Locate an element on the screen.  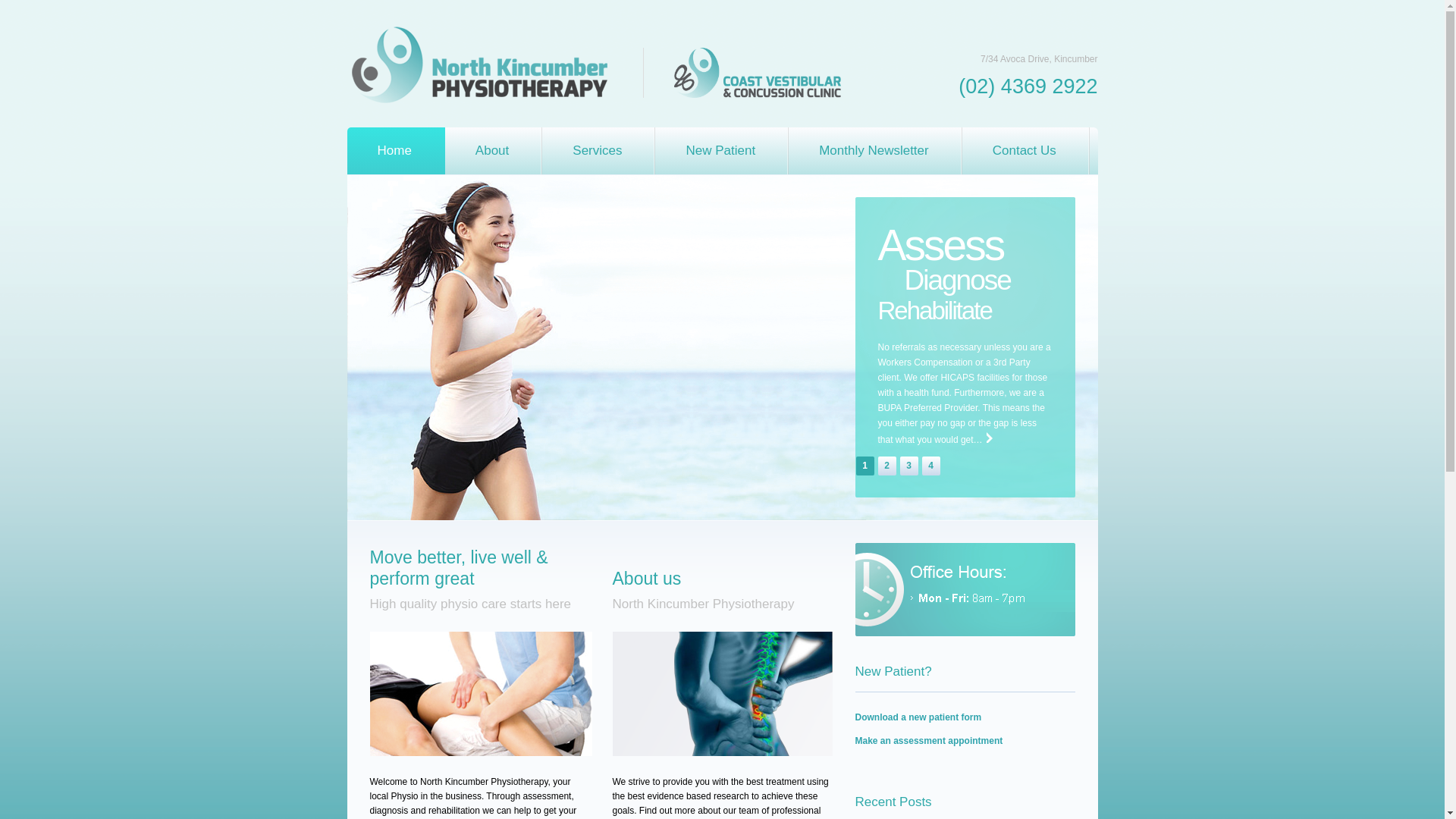
'Services' is located at coordinates (598, 151).